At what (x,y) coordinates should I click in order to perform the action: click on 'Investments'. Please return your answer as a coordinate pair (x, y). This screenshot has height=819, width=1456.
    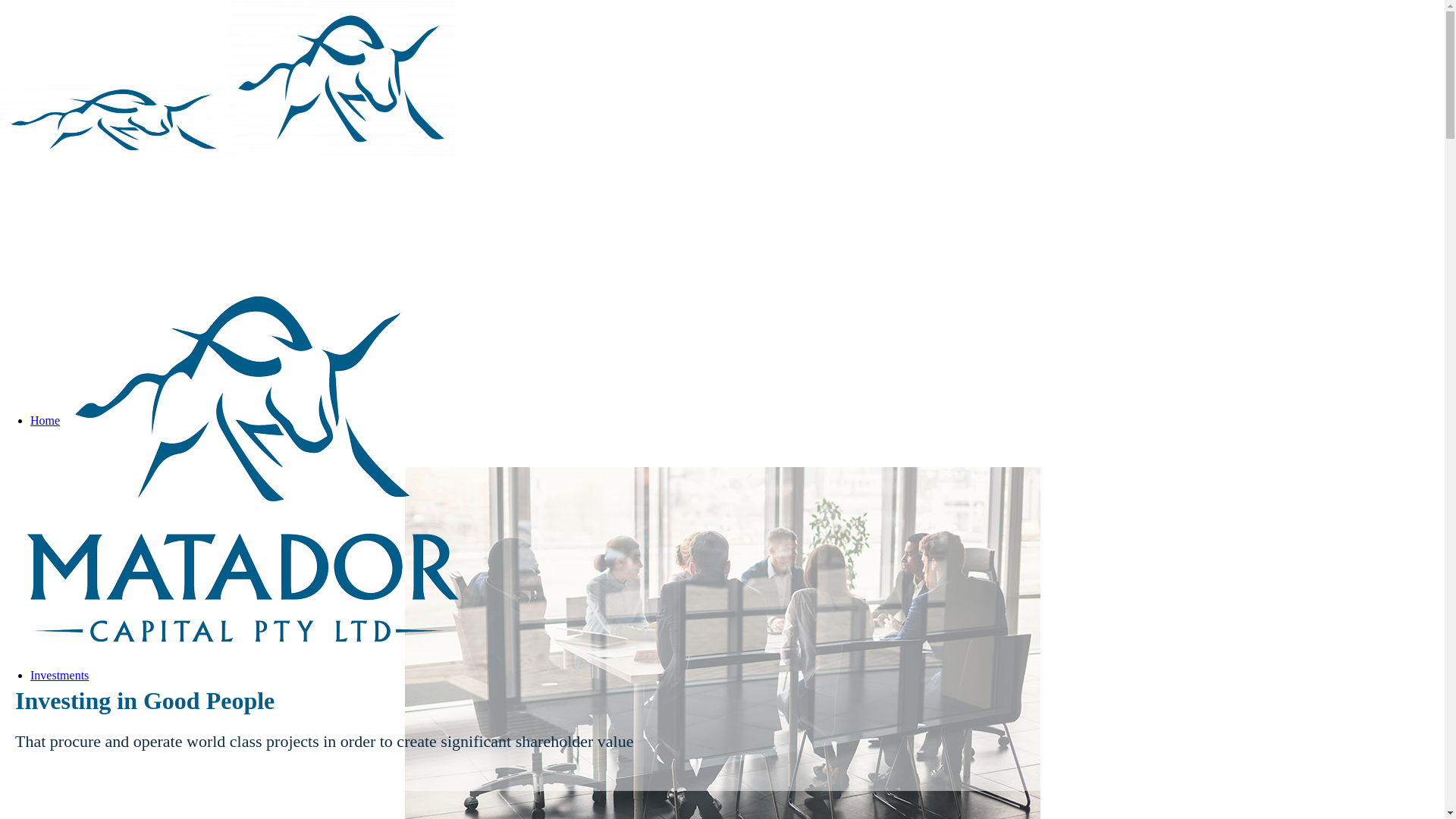
    Looking at the image, I should click on (59, 674).